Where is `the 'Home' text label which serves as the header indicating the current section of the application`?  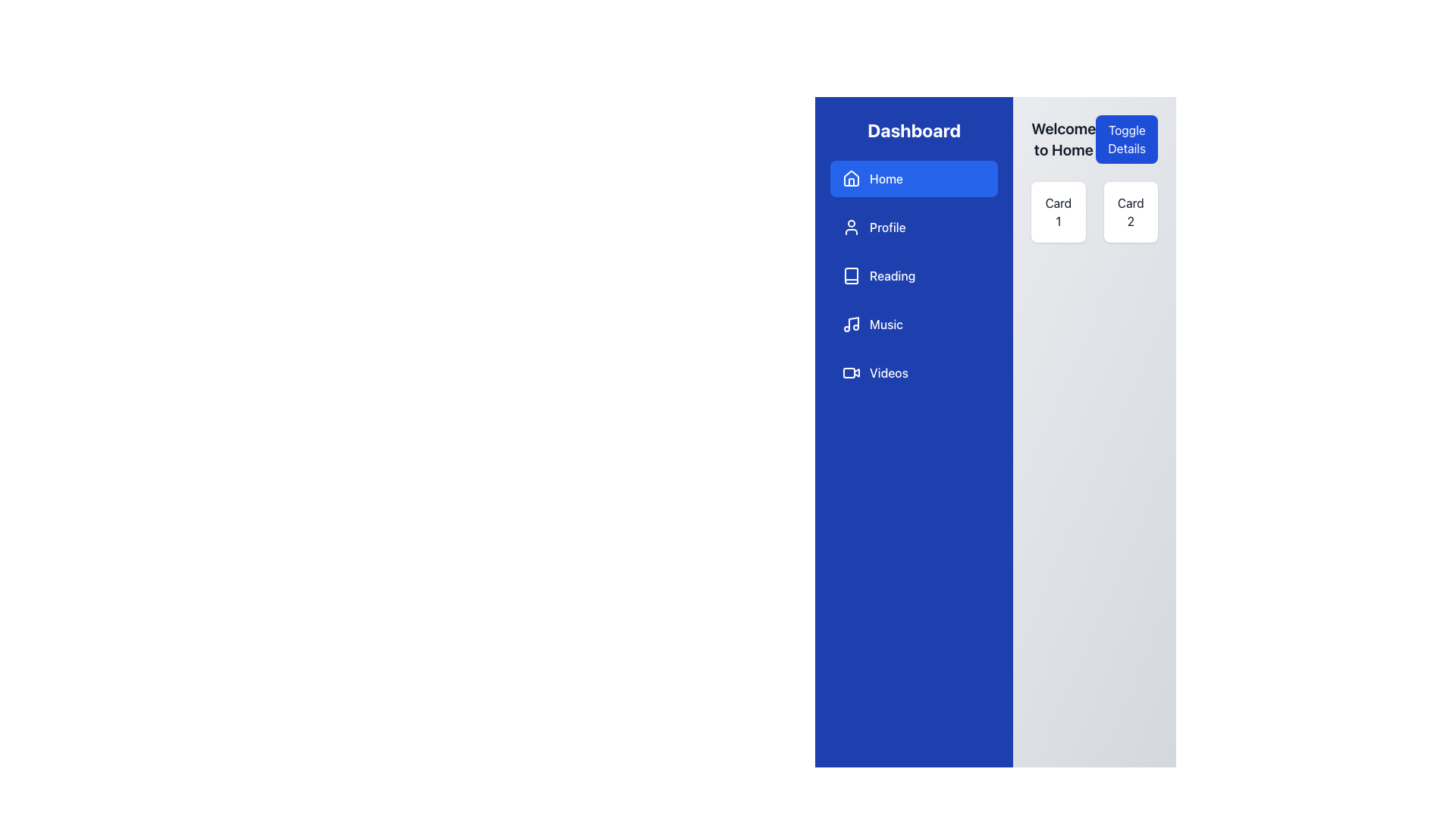 the 'Home' text label which serves as the header indicating the current section of the application is located at coordinates (1062, 140).